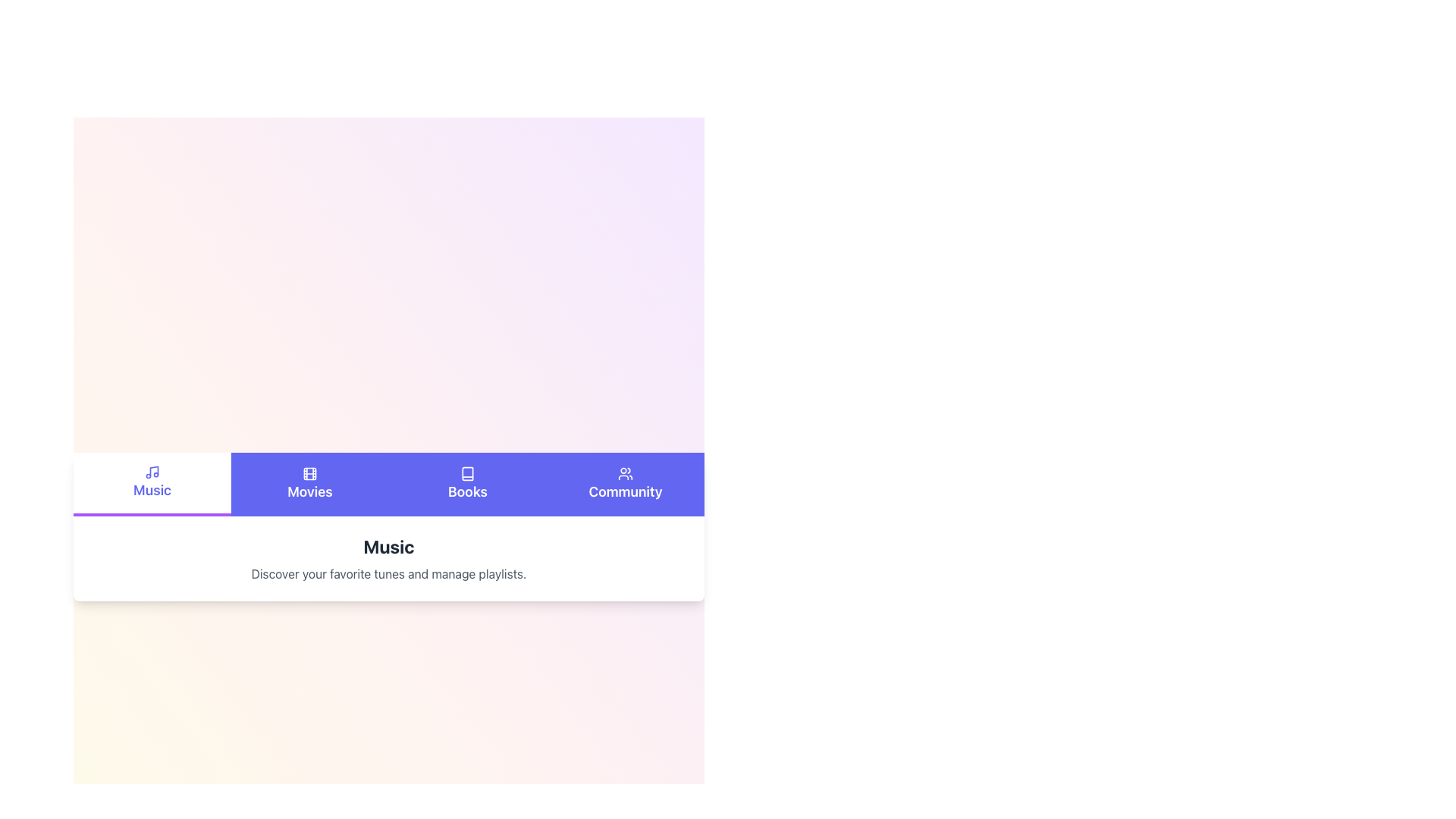 The width and height of the screenshot is (1456, 819). What do you see at coordinates (467, 472) in the screenshot?
I see `the 'Books' section icon located above the text label 'Books' in the navigation bar` at bounding box center [467, 472].